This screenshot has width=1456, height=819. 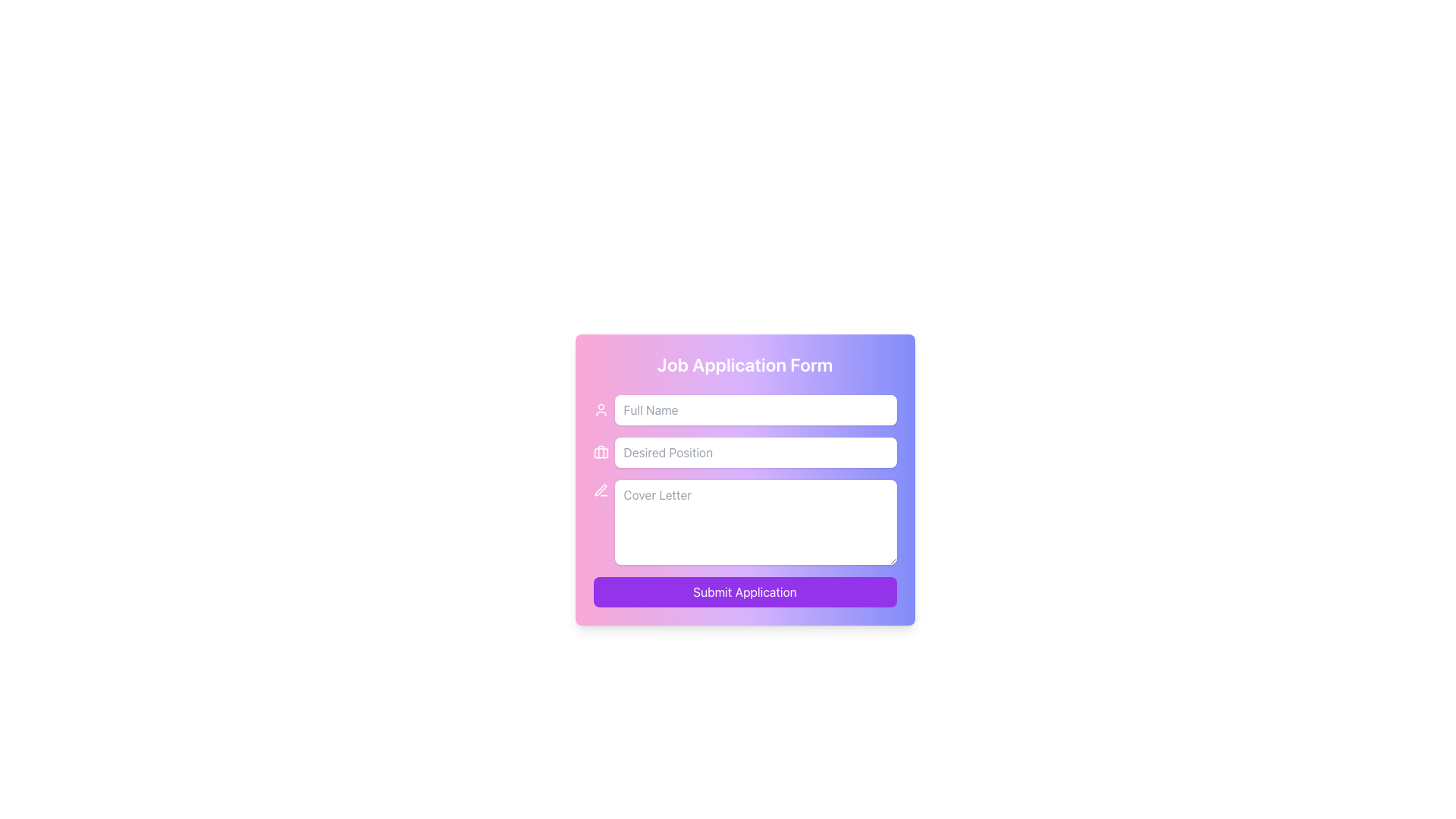 What do you see at coordinates (745, 591) in the screenshot?
I see `the 'Submit Application' button, which is a rectangular button with a purple background and white text` at bounding box center [745, 591].